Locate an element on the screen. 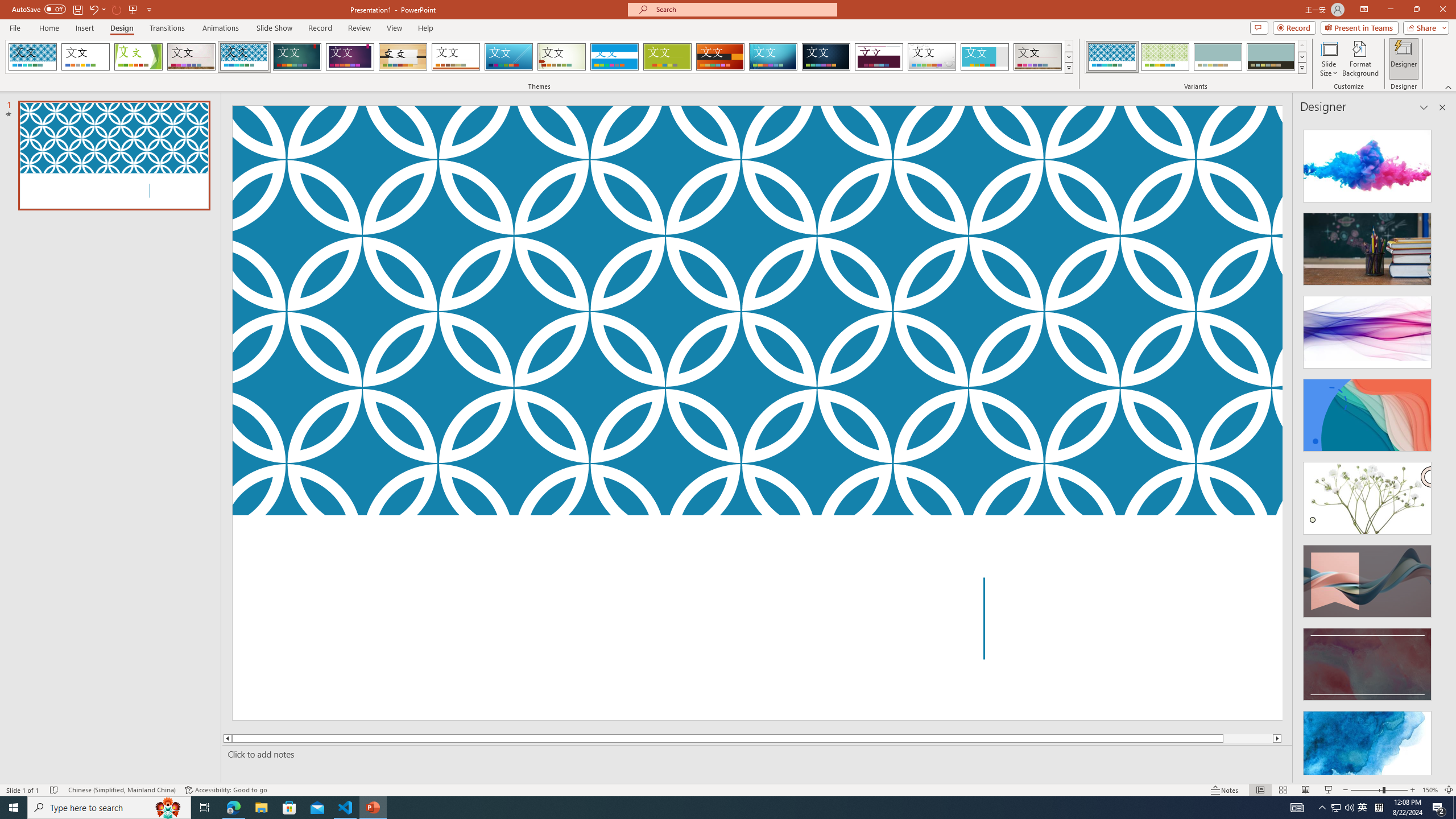  'Format Background' is located at coordinates (1360, 59).